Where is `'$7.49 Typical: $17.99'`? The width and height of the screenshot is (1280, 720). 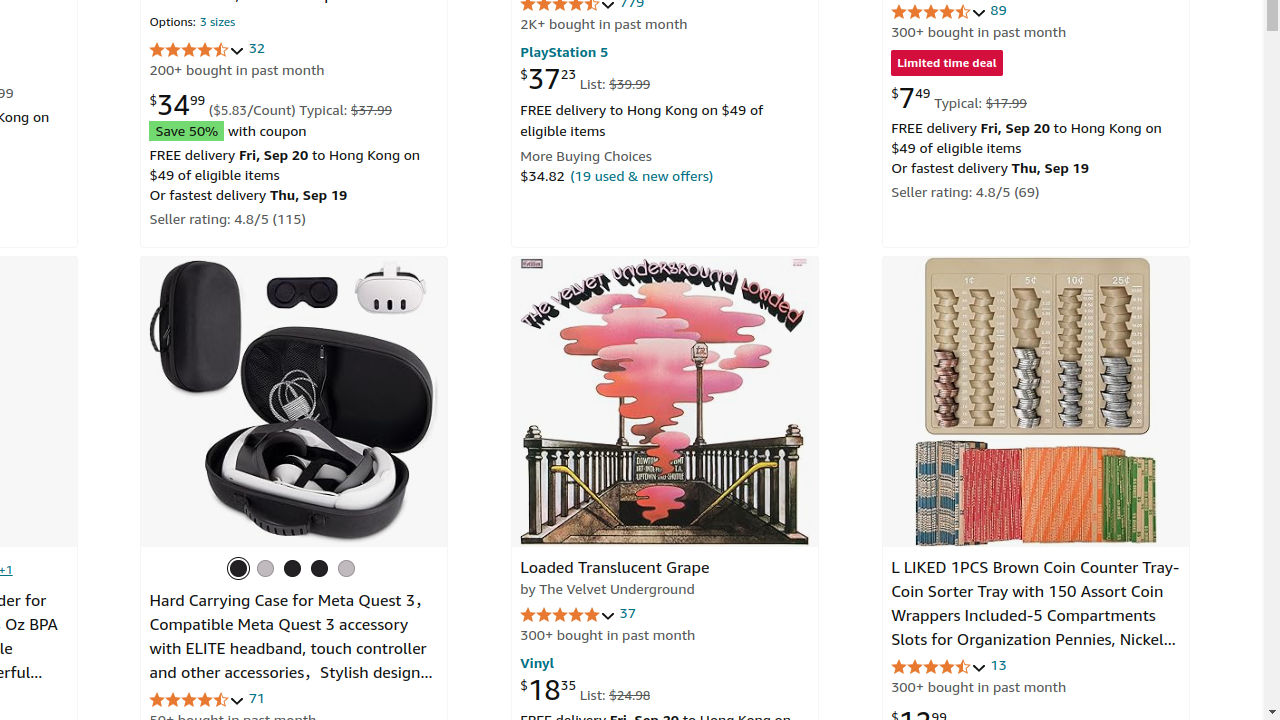 '$7.49 Typical: $17.99' is located at coordinates (957, 96).